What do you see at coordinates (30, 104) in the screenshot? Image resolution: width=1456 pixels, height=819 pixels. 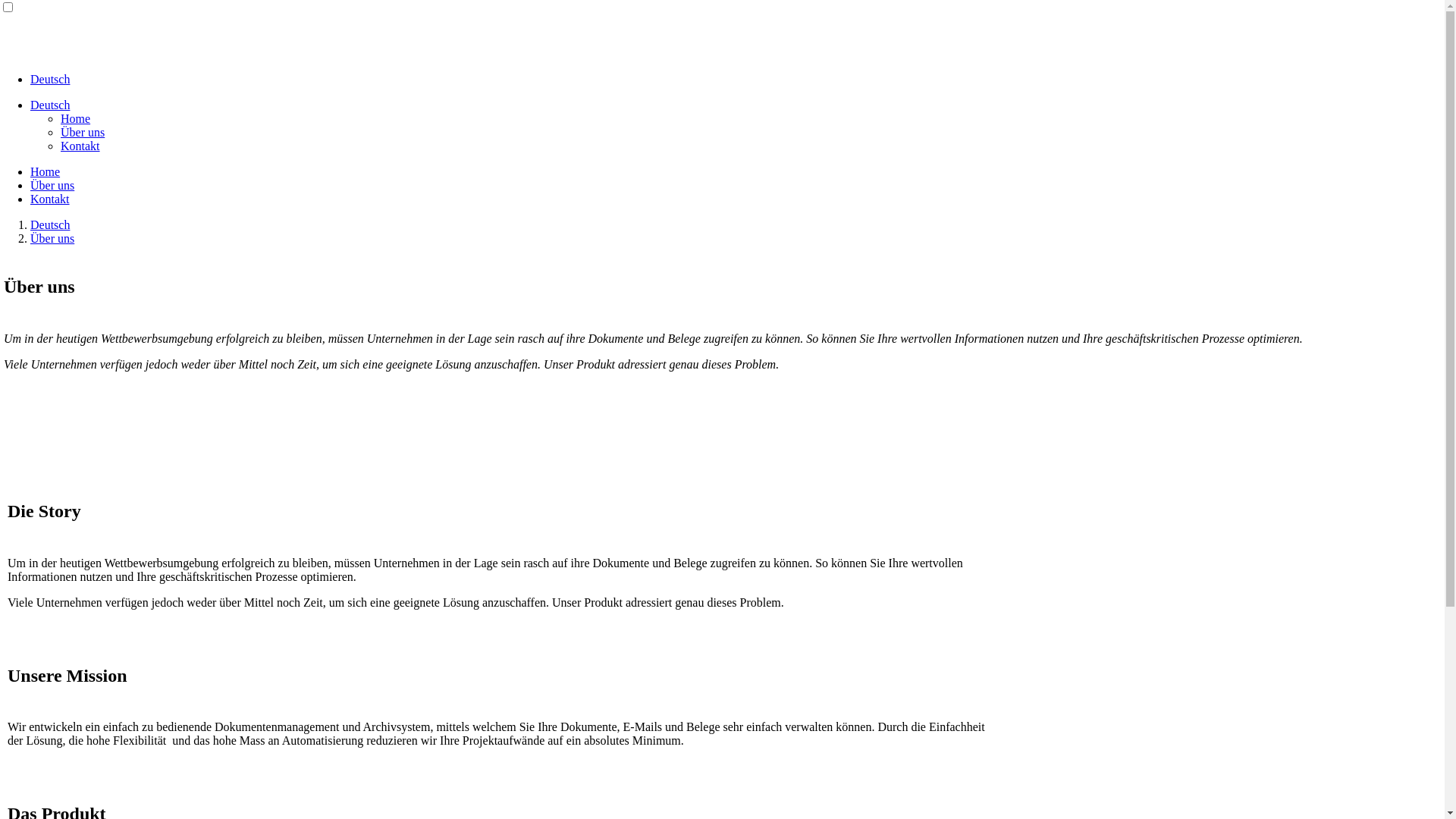 I see `'Deutsch'` at bounding box center [30, 104].